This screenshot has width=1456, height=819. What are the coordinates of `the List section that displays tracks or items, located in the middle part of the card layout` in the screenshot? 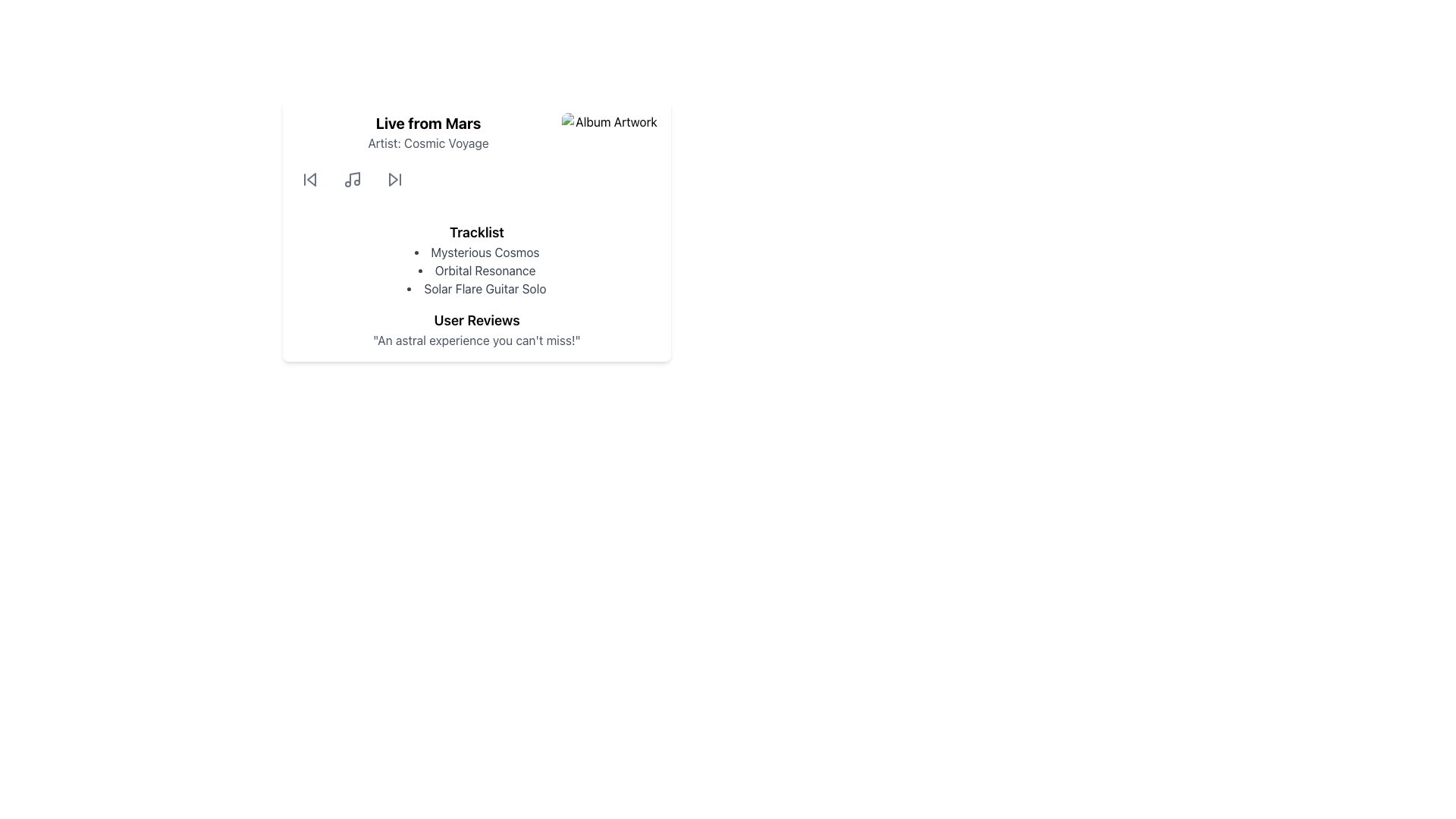 It's located at (475, 259).